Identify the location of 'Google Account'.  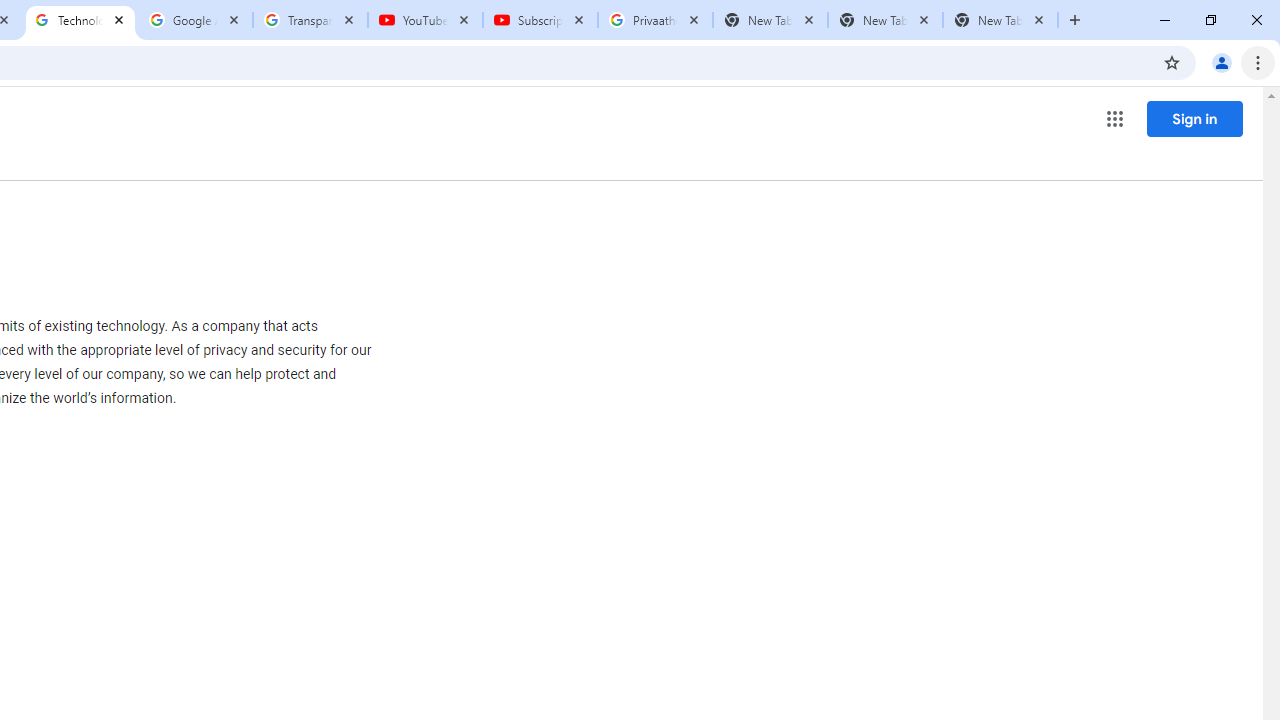
(195, 20).